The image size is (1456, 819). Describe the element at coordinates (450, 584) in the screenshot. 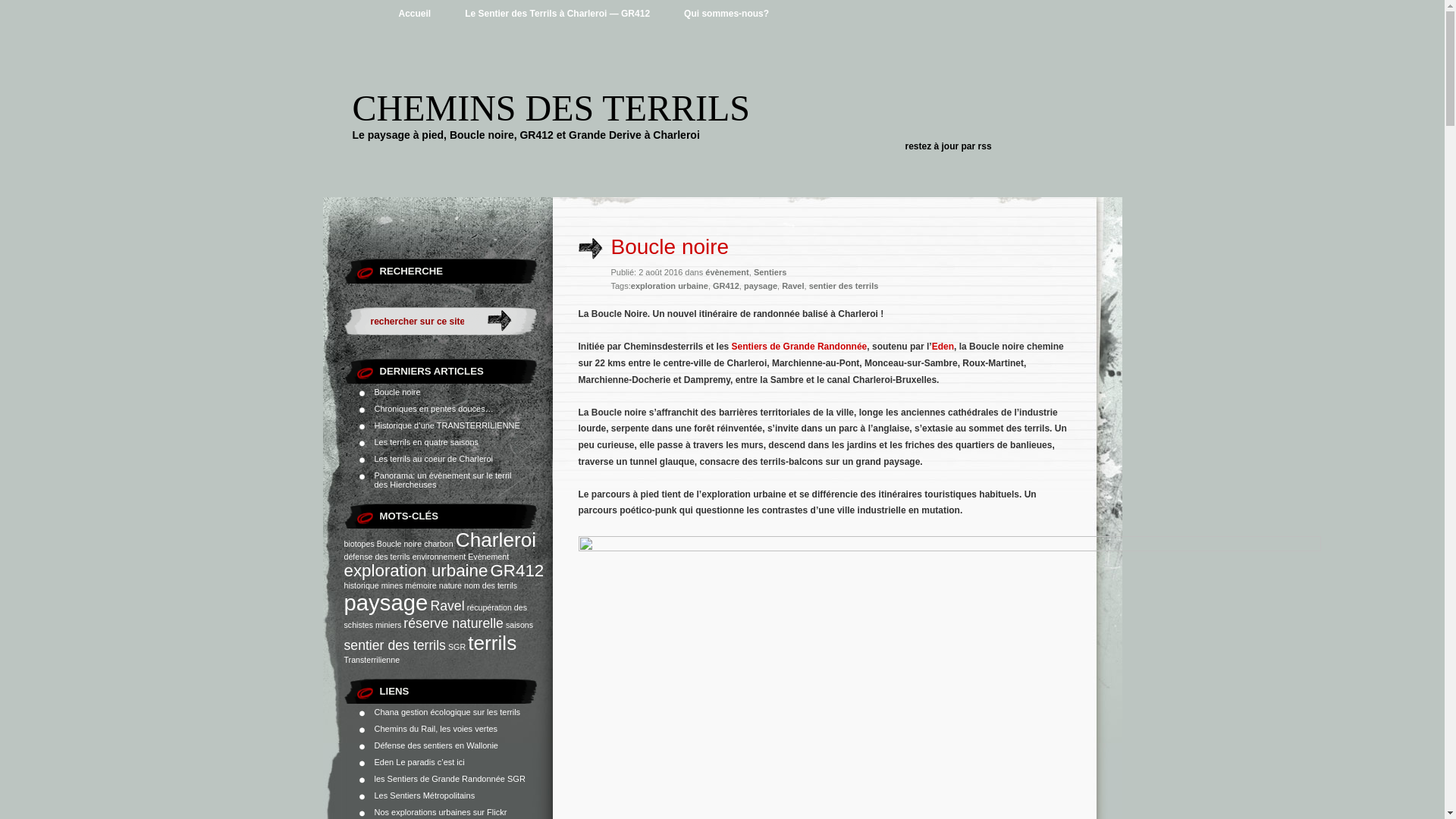

I see `'nature'` at that location.